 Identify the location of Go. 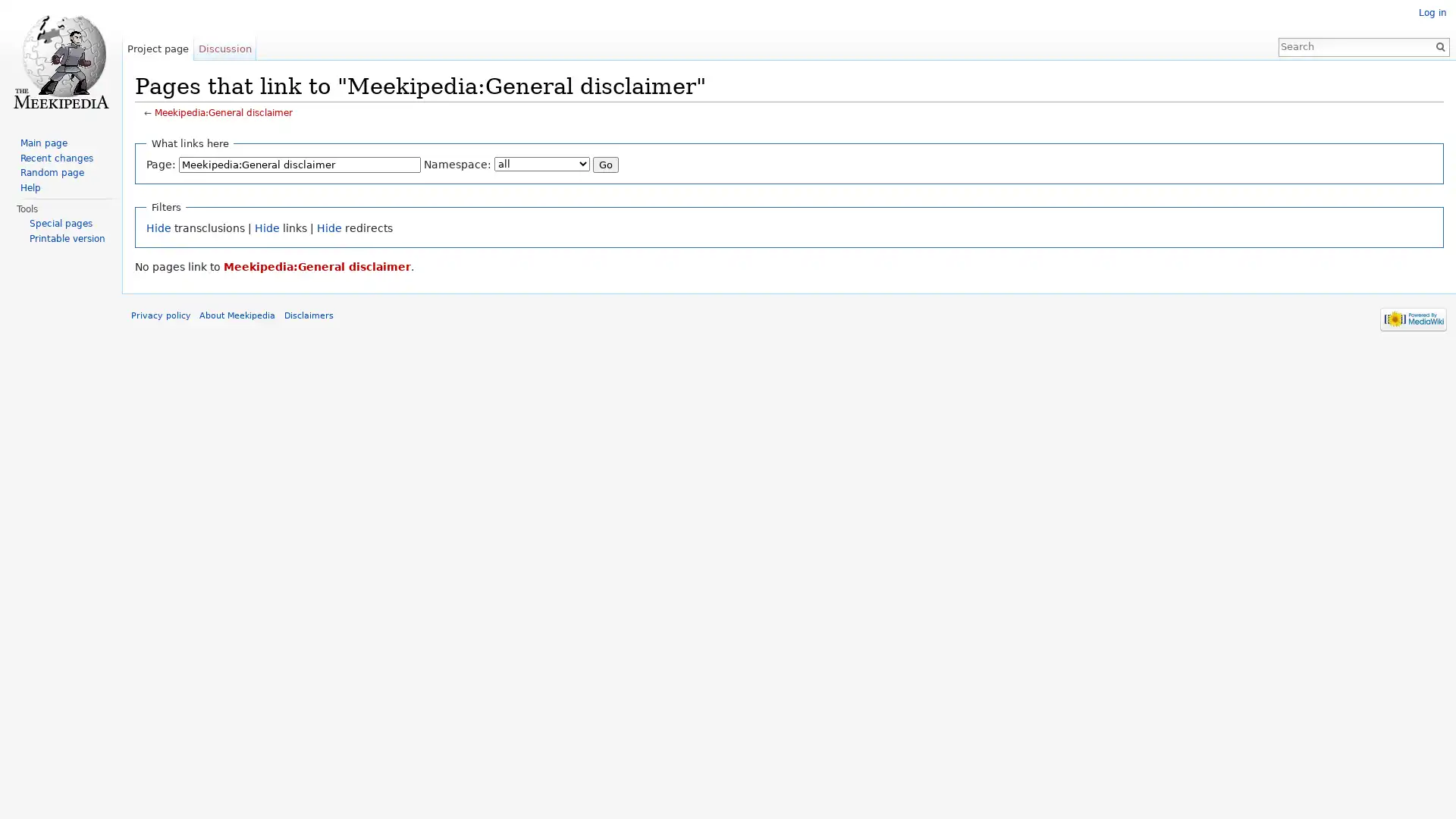
(1433, 45).